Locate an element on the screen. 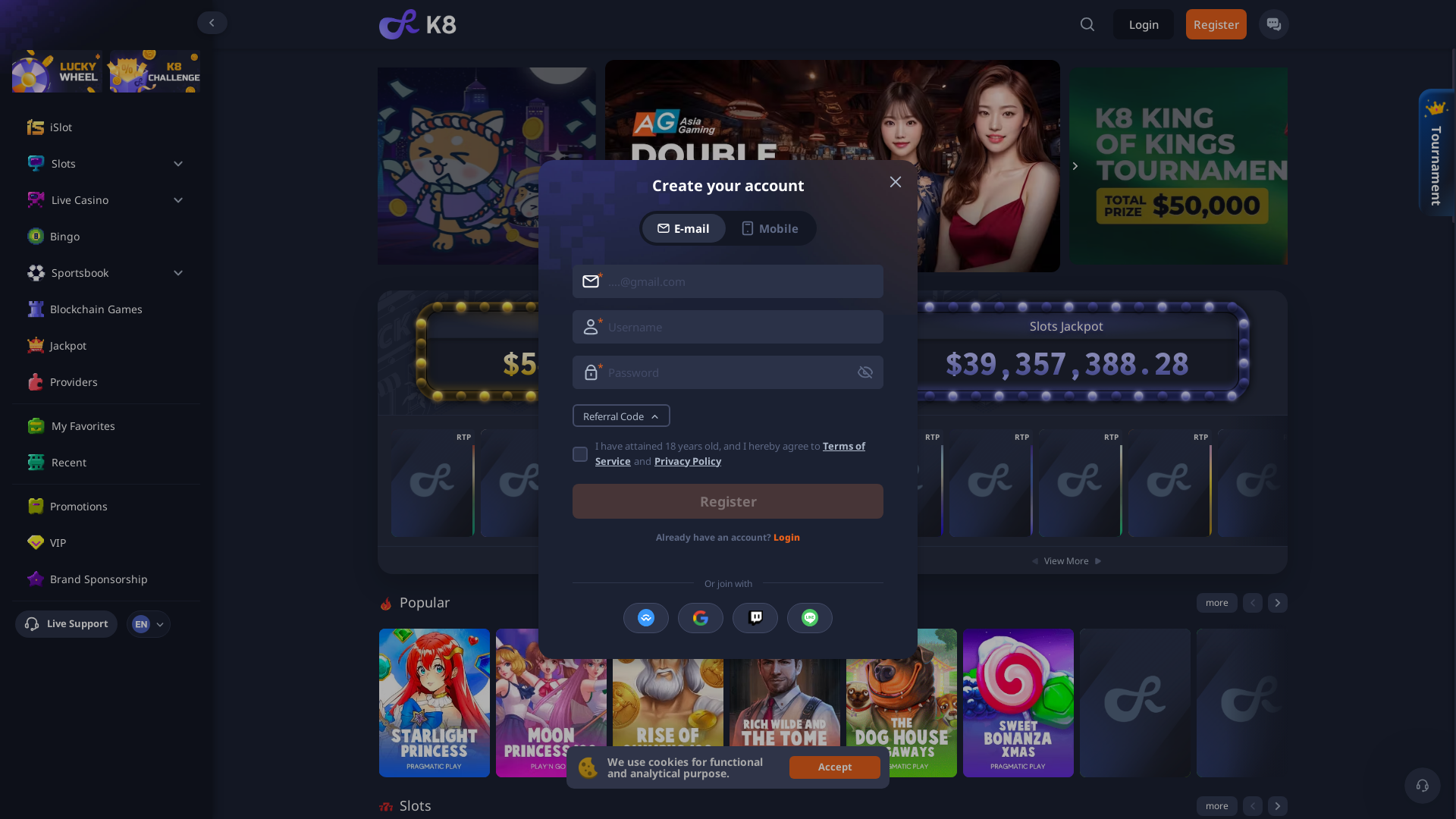 This screenshot has height=819, width=1456. 'Providers' is located at coordinates (50, 381).